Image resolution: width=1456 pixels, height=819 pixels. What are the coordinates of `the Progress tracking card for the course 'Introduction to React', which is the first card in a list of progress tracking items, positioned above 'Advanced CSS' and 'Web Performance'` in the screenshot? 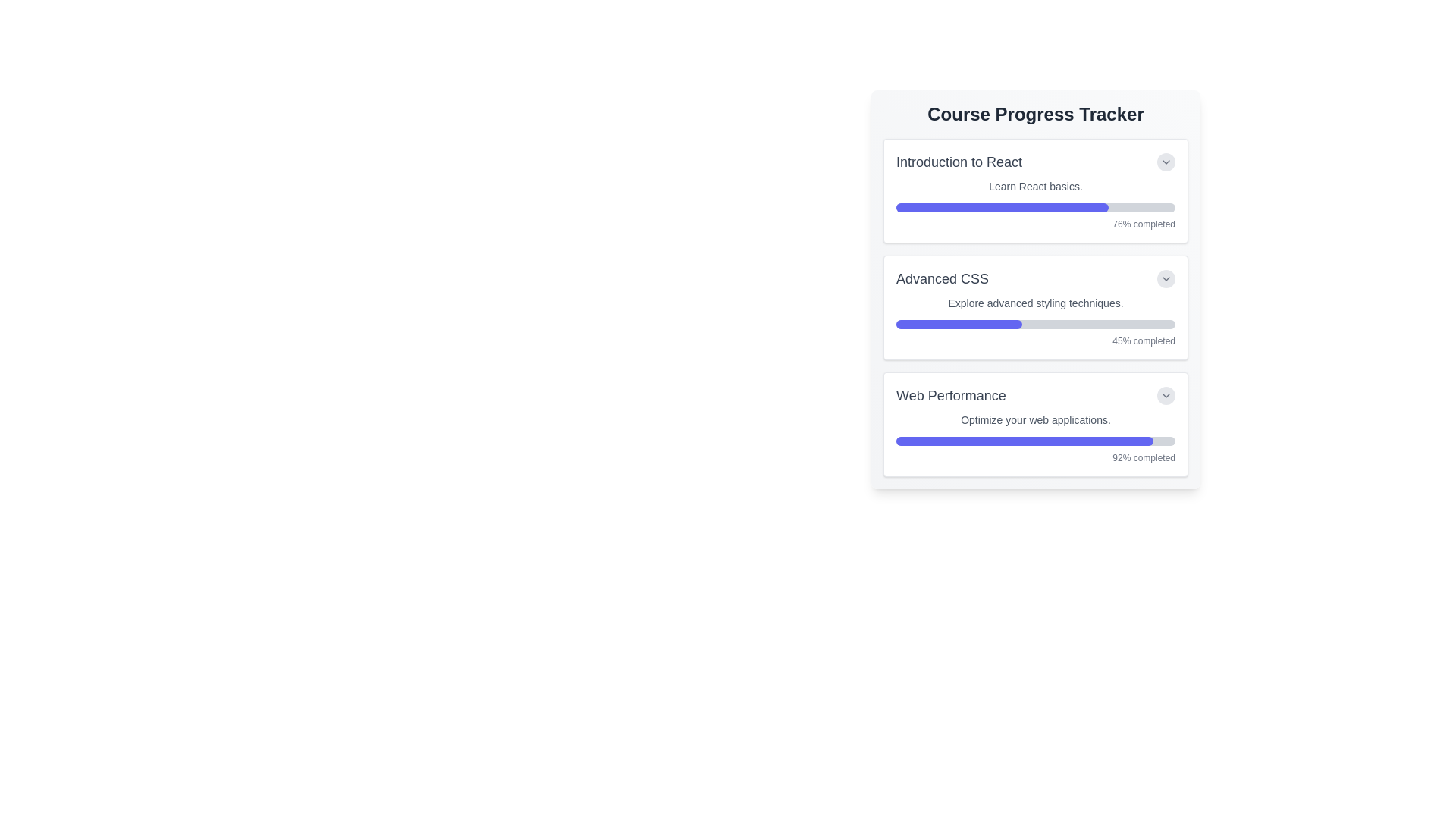 It's located at (1035, 190).